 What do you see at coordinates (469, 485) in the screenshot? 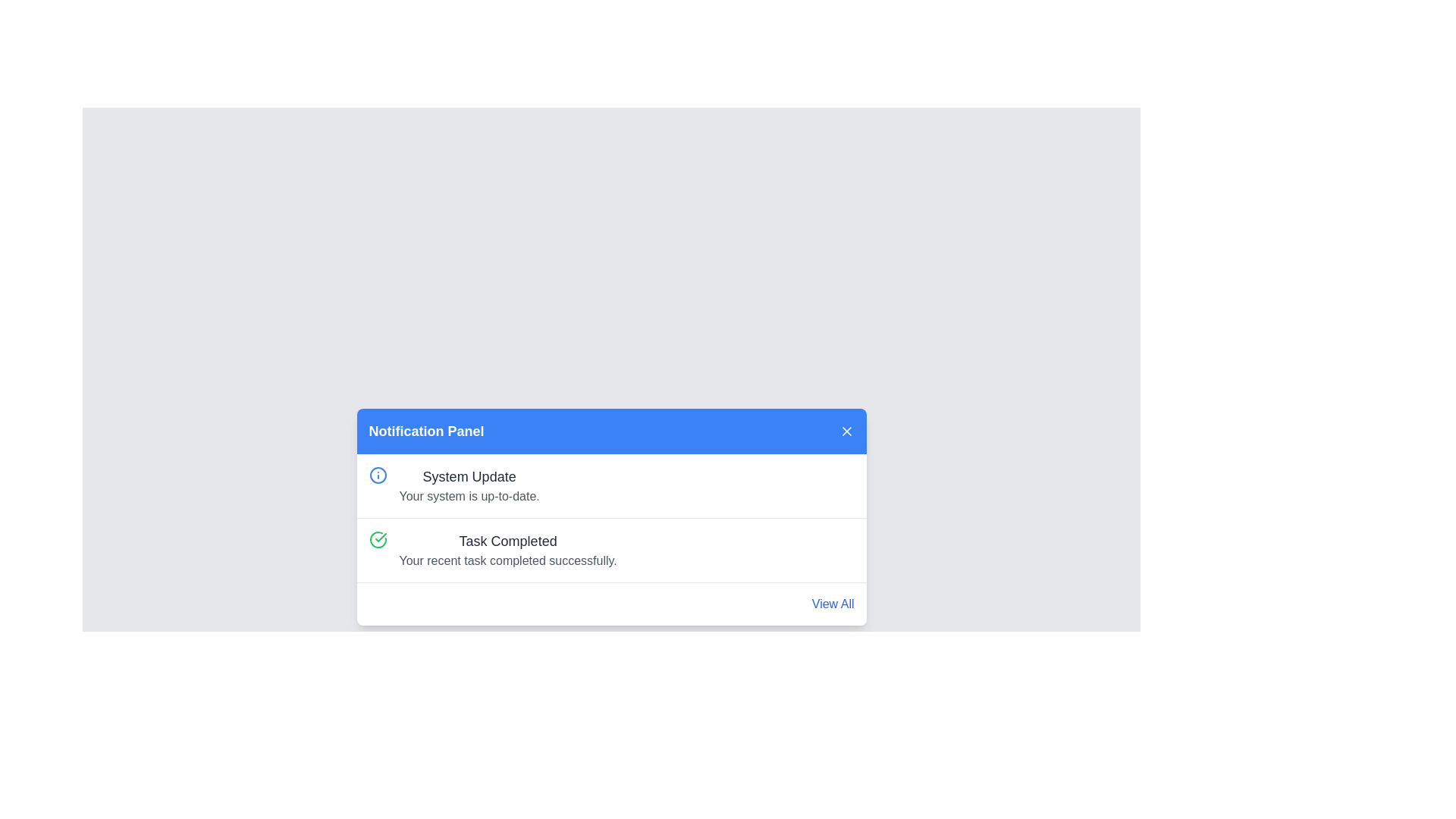
I see `the informational Text element that conveys the system's update status, located in the top section of the notification card` at bounding box center [469, 485].